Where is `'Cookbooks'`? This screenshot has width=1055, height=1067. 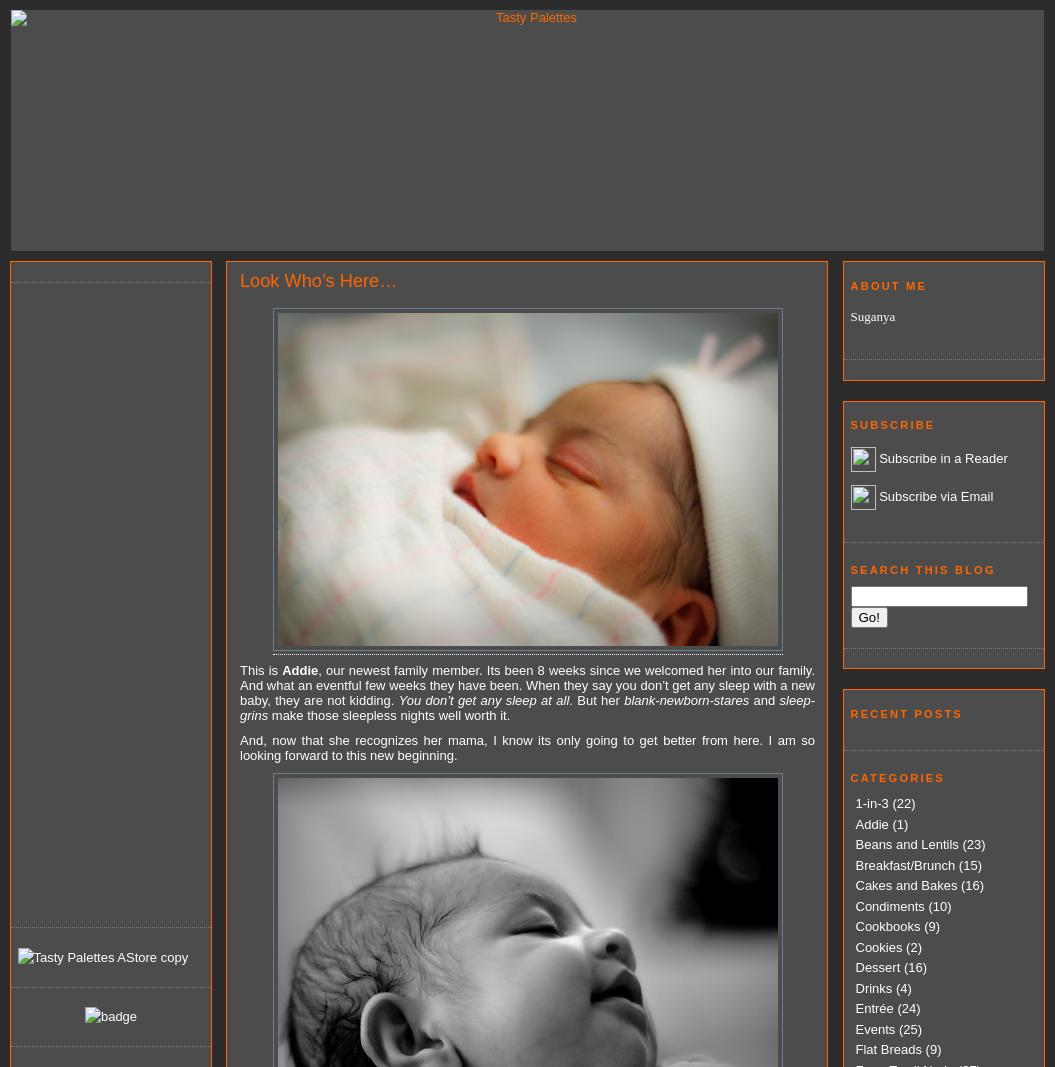 'Cookbooks' is located at coordinates (886, 926).